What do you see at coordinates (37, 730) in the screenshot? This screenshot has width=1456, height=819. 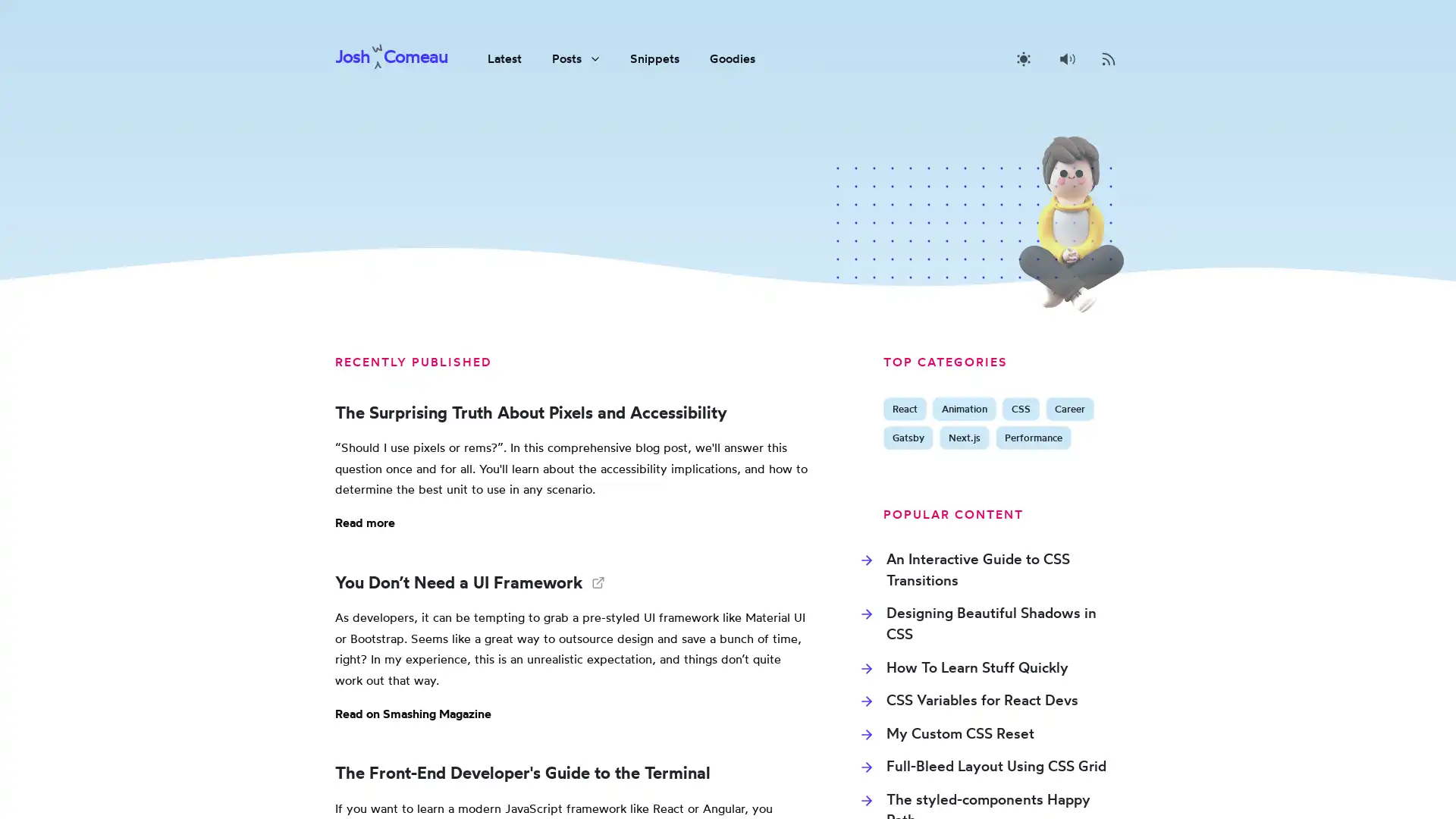 I see `Activate dark mode` at bounding box center [37, 730].